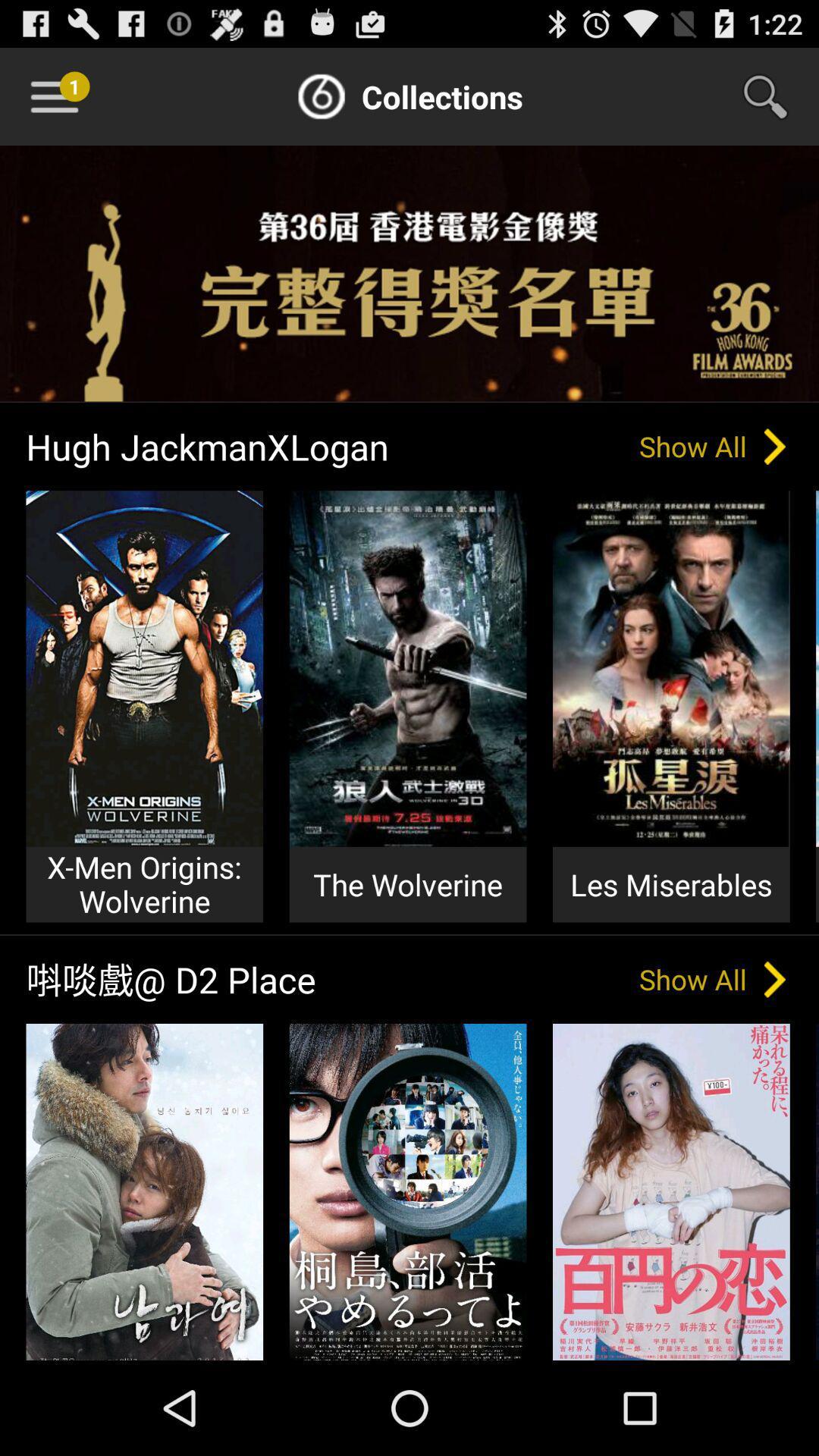  What do you see at coordinates (775, 96) in the screenshot?
I see `search` at bounding box center [775, 96].